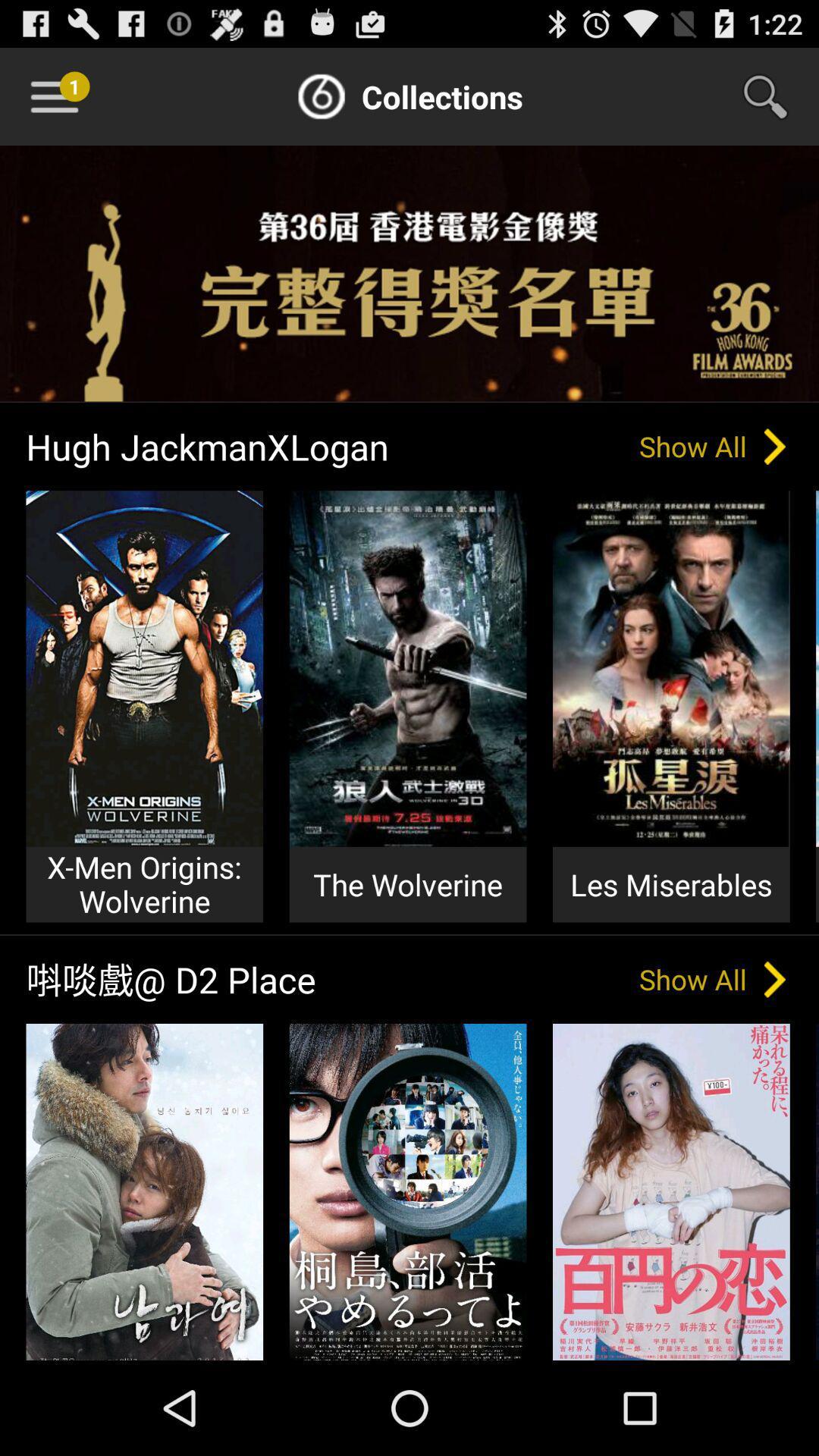  What do you see at coordinates (775, 96) in the screenshot?
I see `search` at bounding box center [775, 96].